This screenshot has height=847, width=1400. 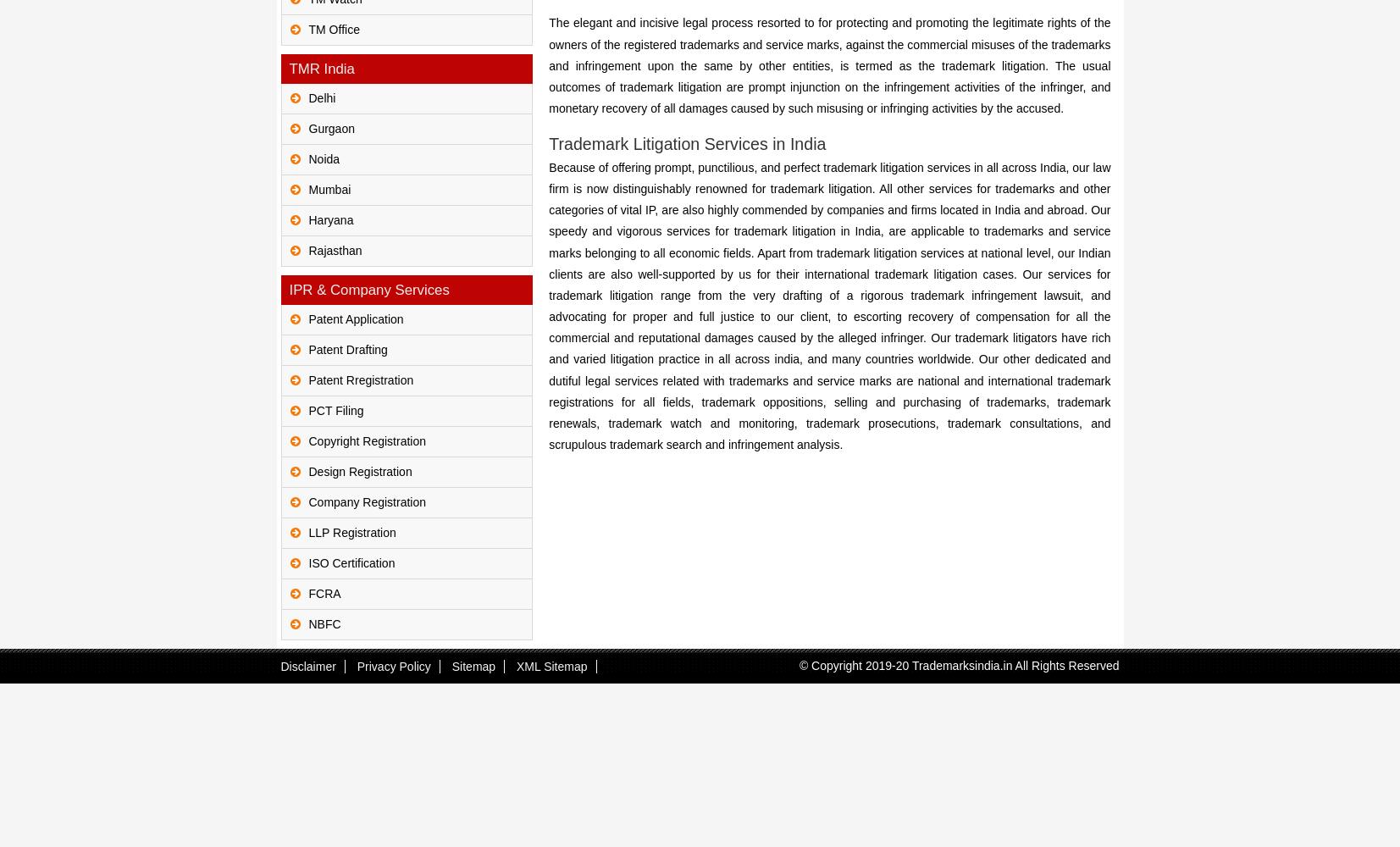 I want to click on 'XML Sitemap', so click(x=551, y=667).